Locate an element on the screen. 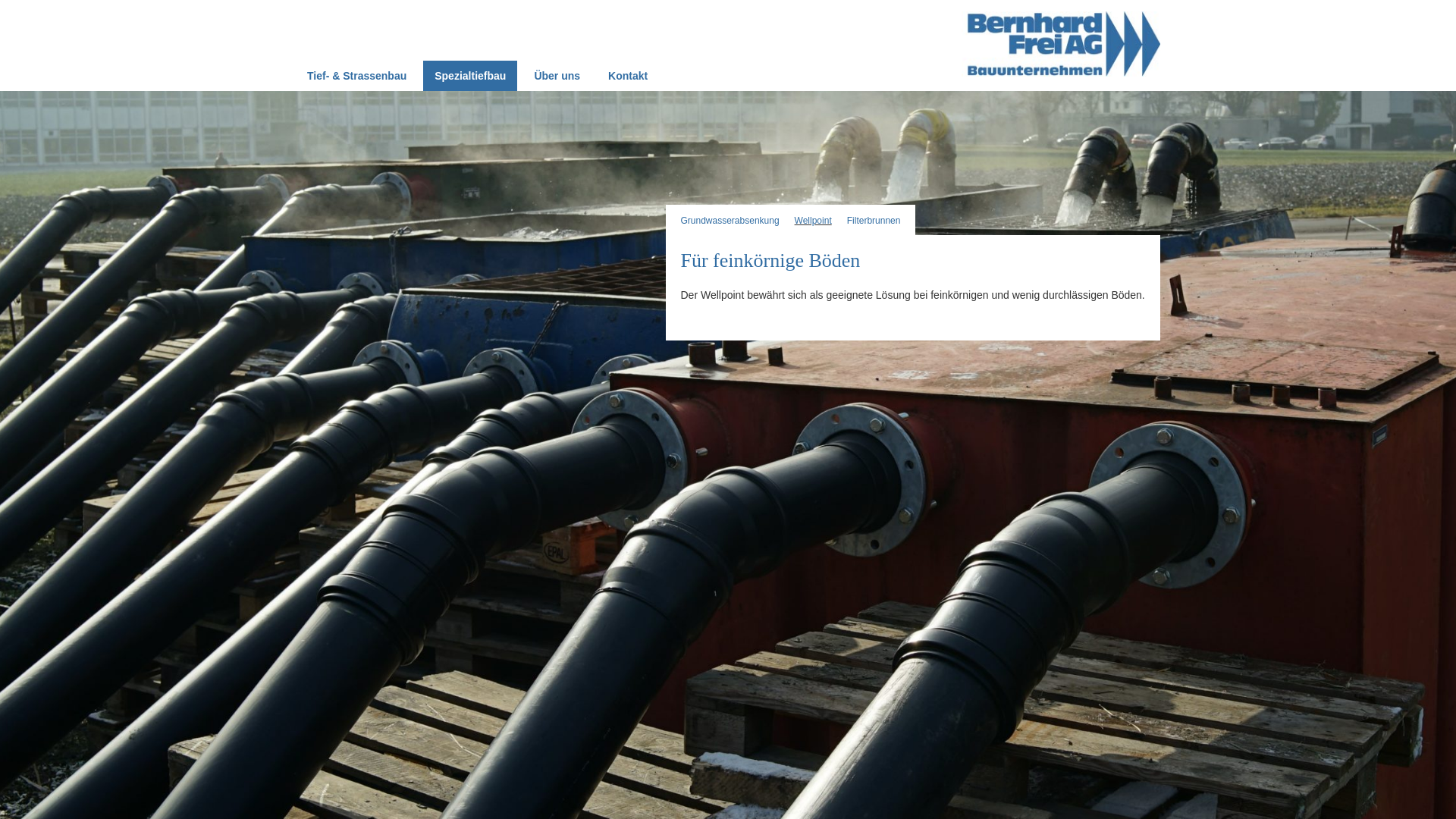  'Grundwasserabsenkung' is located at coordinates (730, 220).